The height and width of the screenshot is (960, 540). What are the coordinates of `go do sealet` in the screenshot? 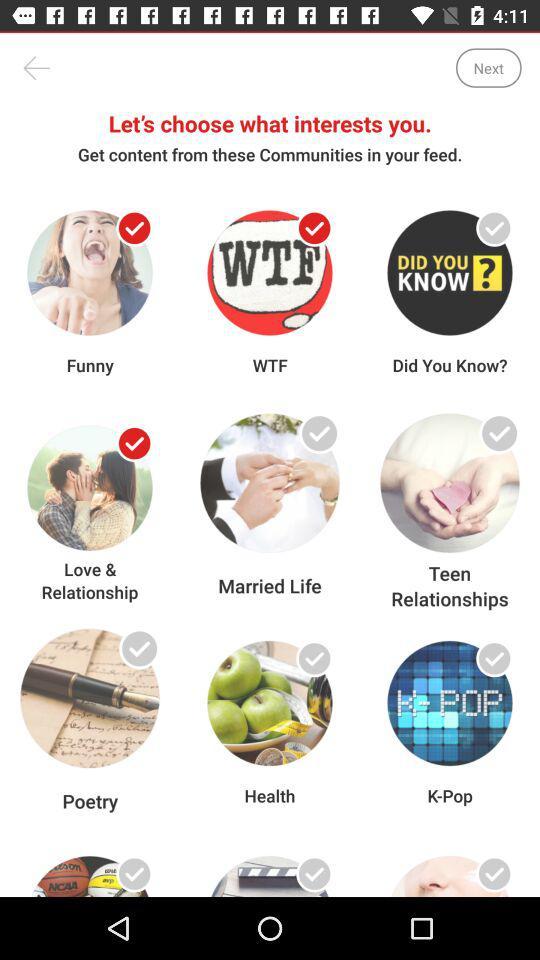 It's located at (134, 443).